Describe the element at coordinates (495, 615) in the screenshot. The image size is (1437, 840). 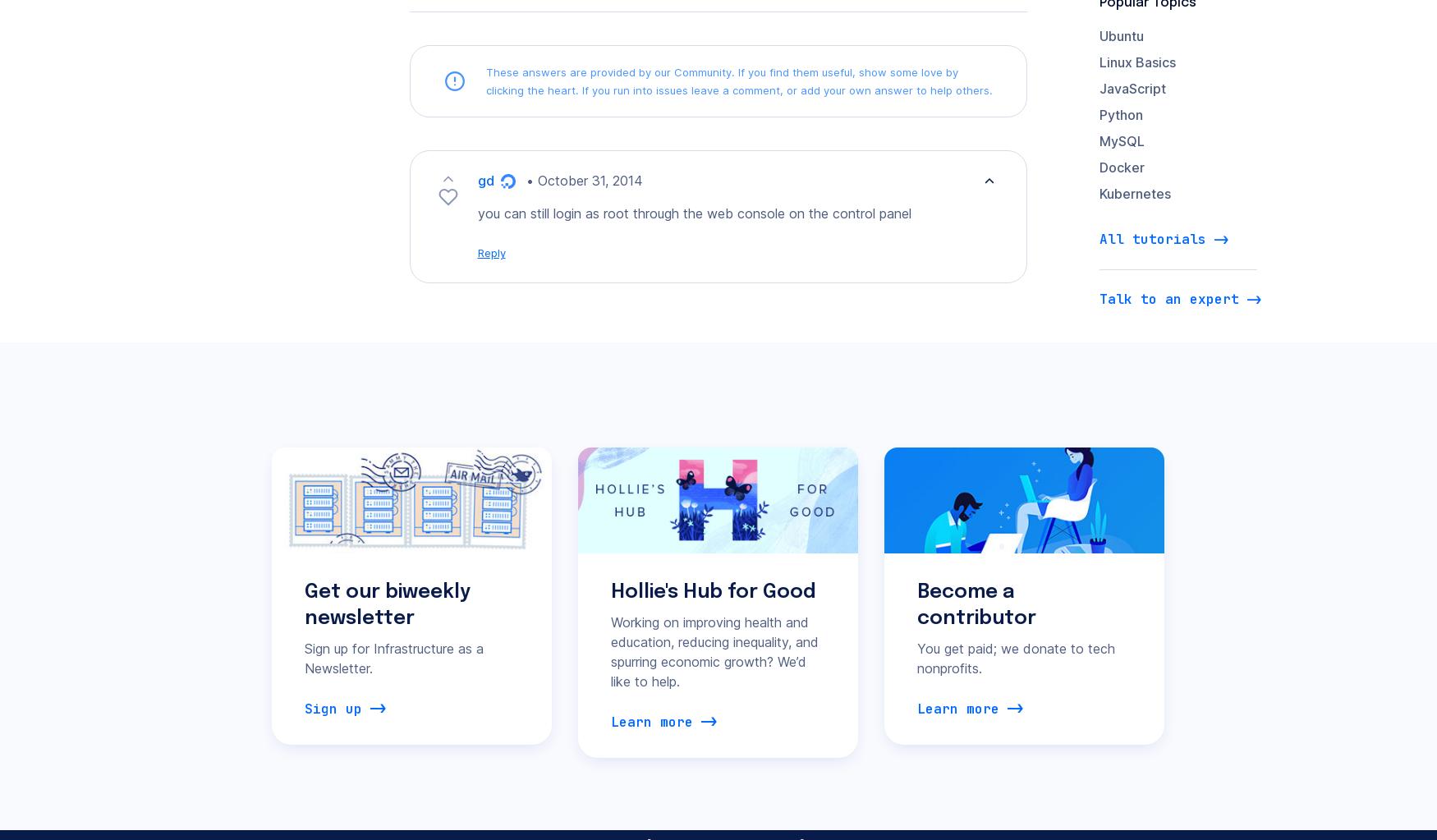
I see `'Release Notes'` at that location.